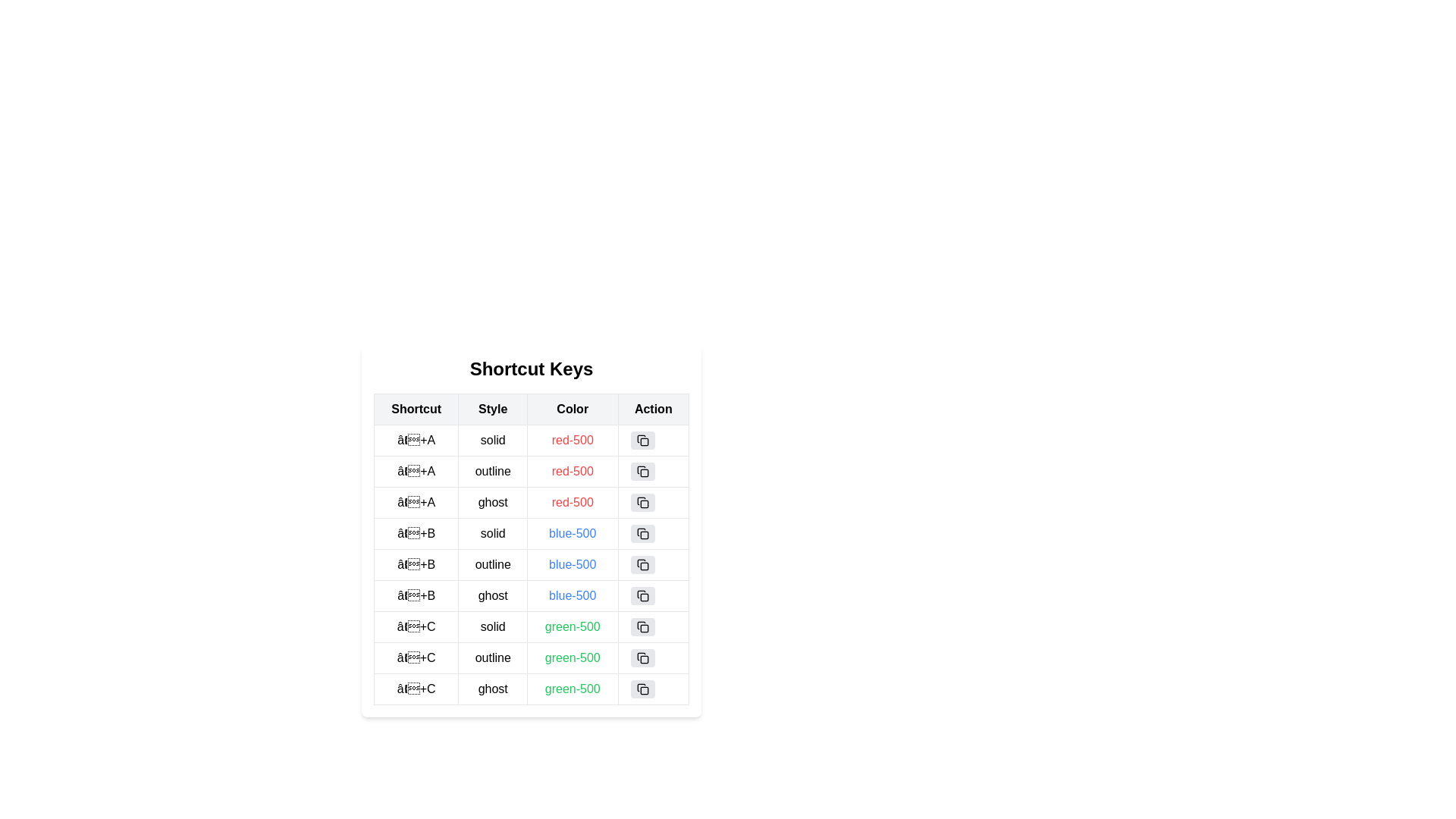  Describe the element at coordinates (642, 626) in the screenshot. I see `the button with a light gray background and rounded corners that contains a black stroke copy icon, located in the 'Action' column of the row labeled with Shortcut '⌘+C'` at that location.